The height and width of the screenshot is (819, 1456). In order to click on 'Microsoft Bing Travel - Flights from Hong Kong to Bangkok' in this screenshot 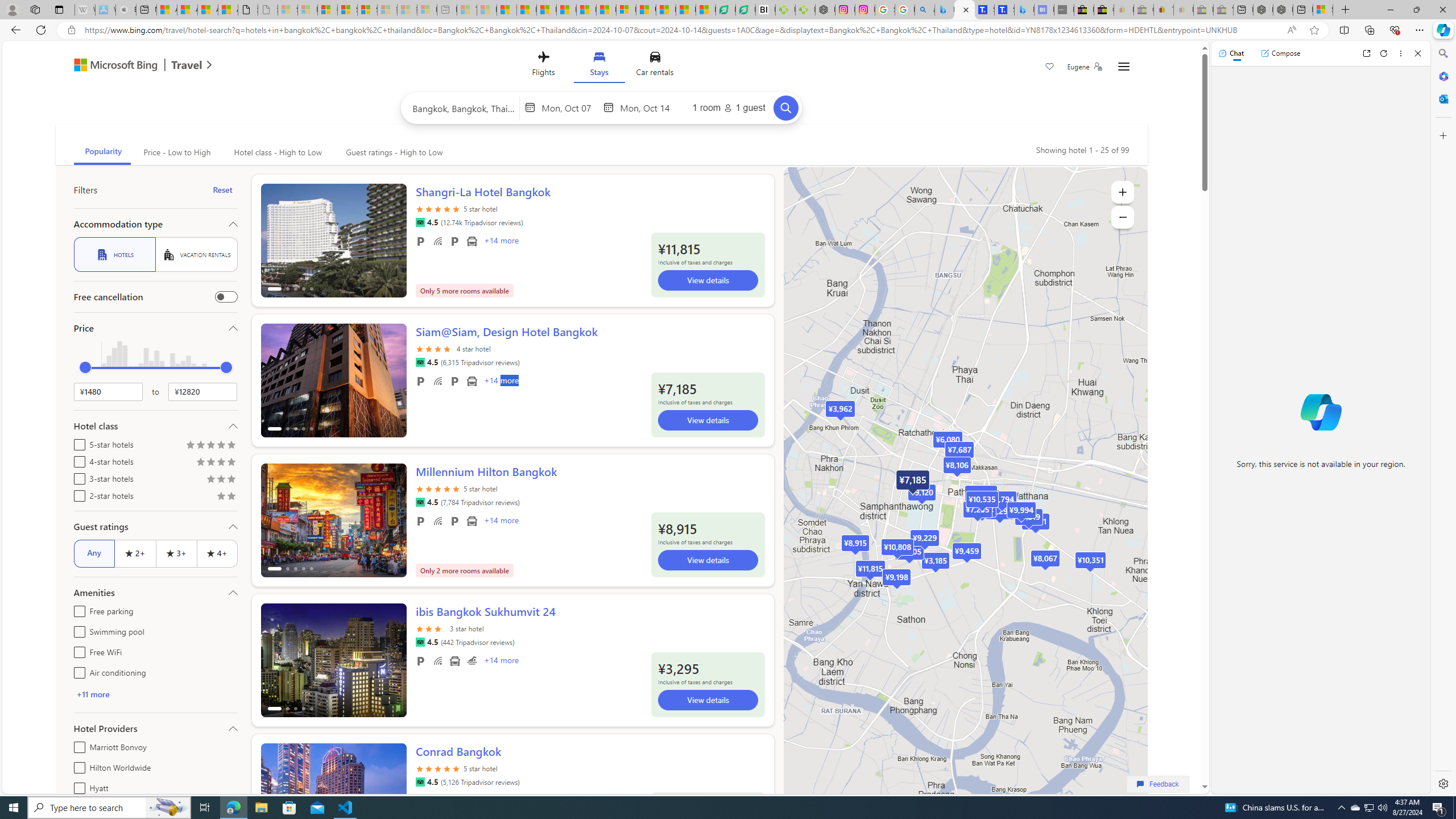, I will do `click(944, 9)`.